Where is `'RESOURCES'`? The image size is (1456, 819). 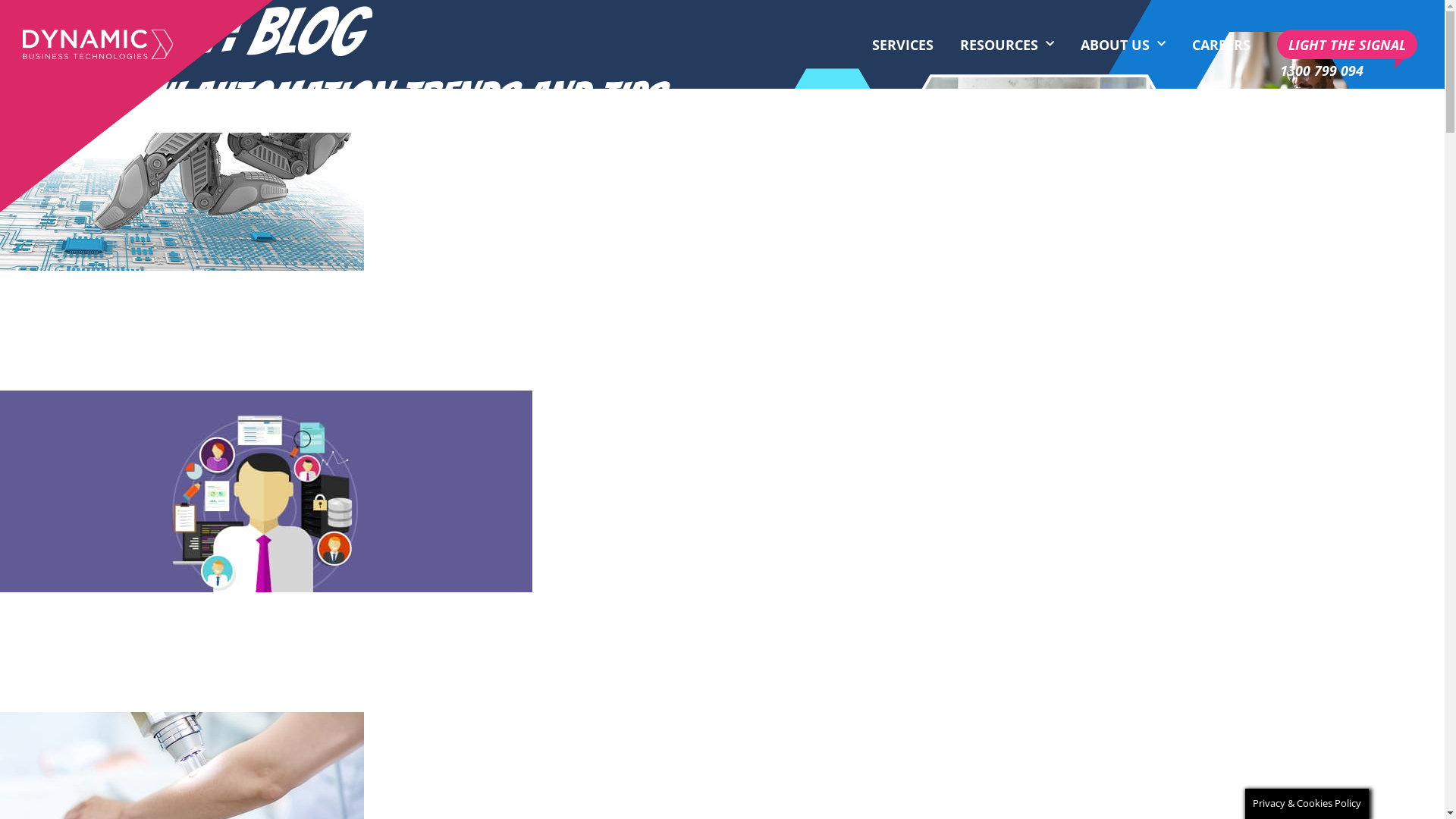
'RESOURCES' is located at coordinates (1007, 43).